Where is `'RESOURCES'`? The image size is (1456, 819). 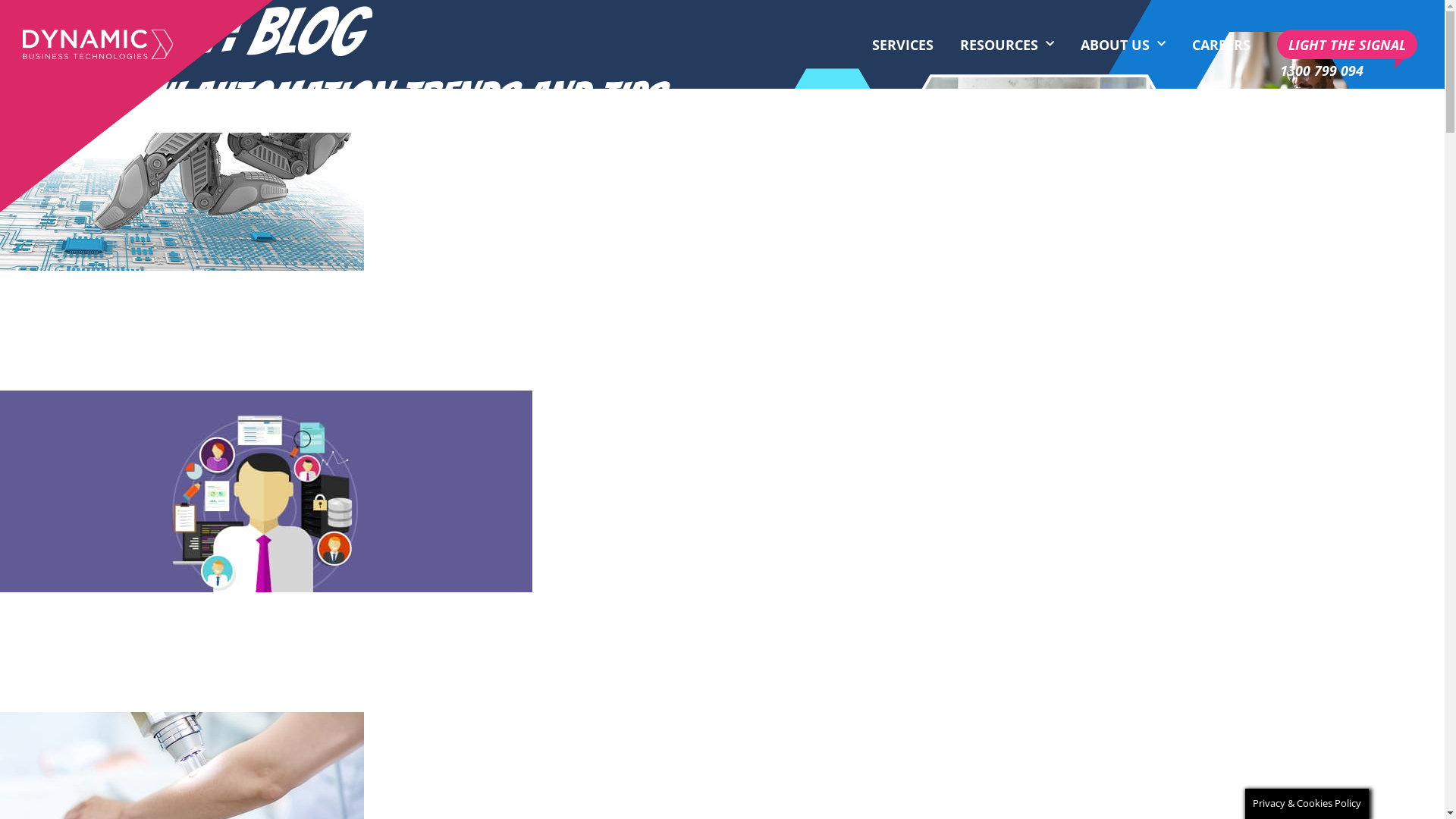
'RESOURCES' is located at coordinates (1007, 43).